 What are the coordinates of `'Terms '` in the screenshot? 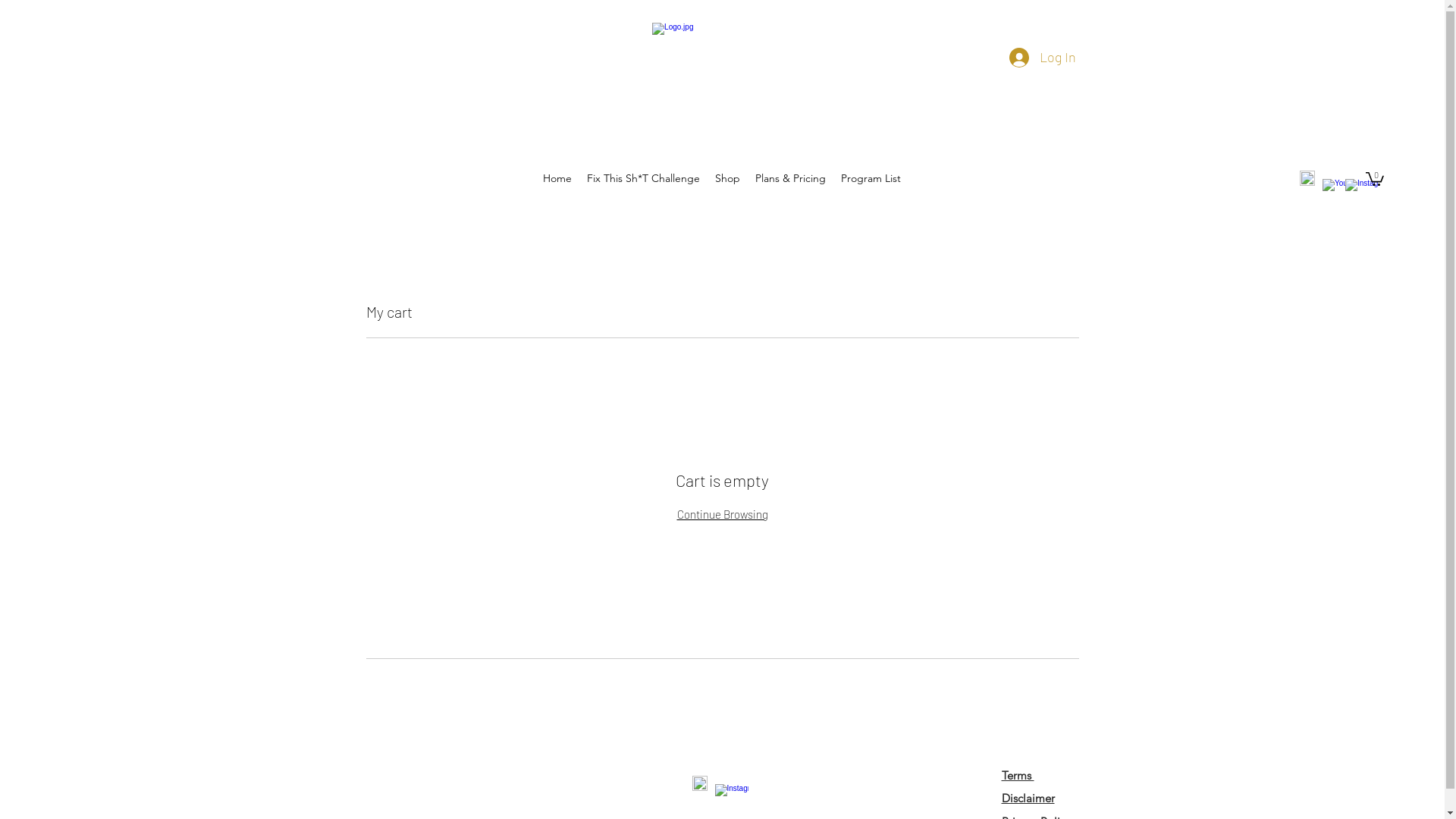 It's located at (1017, 775).